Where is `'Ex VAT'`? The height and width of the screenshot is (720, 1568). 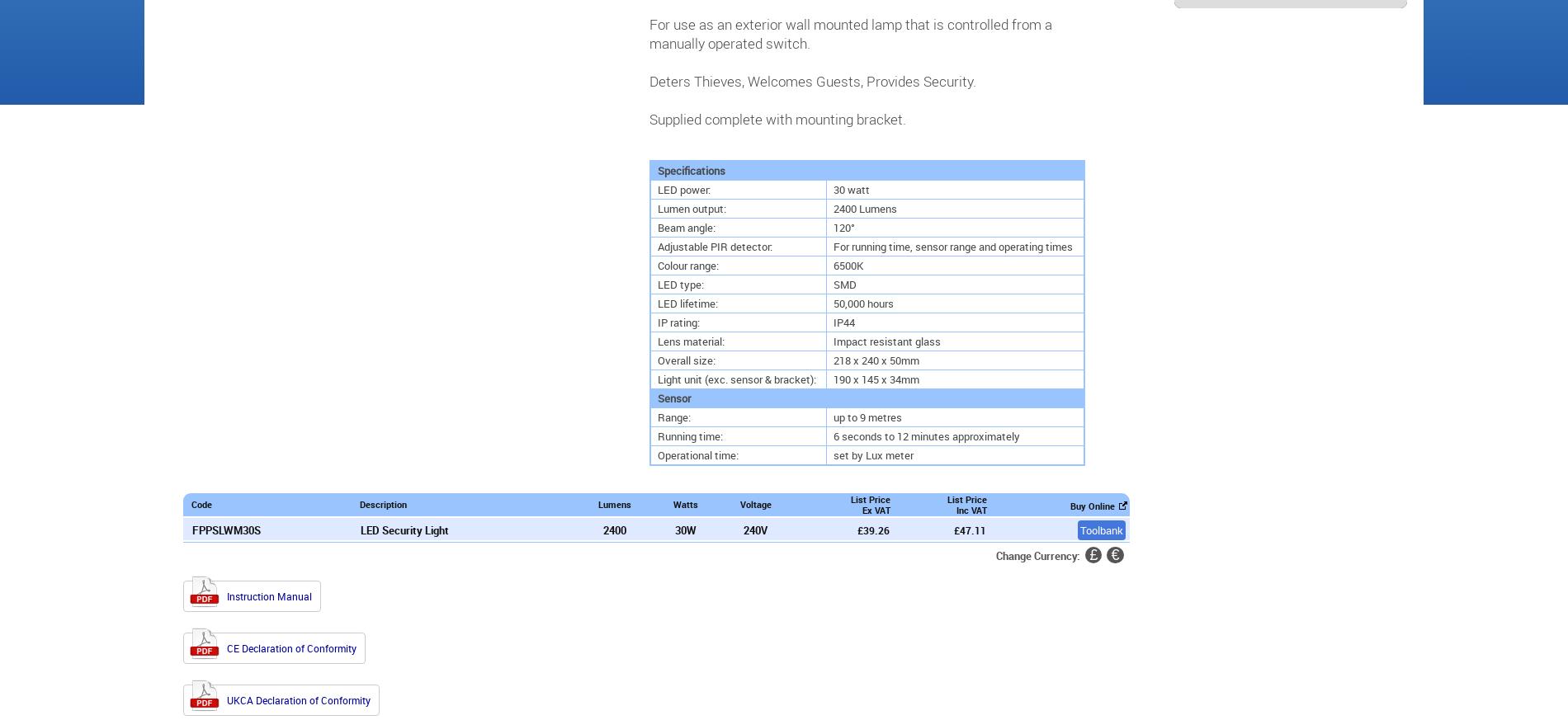
'Ex VAT' is located at coordinates (862, 509).